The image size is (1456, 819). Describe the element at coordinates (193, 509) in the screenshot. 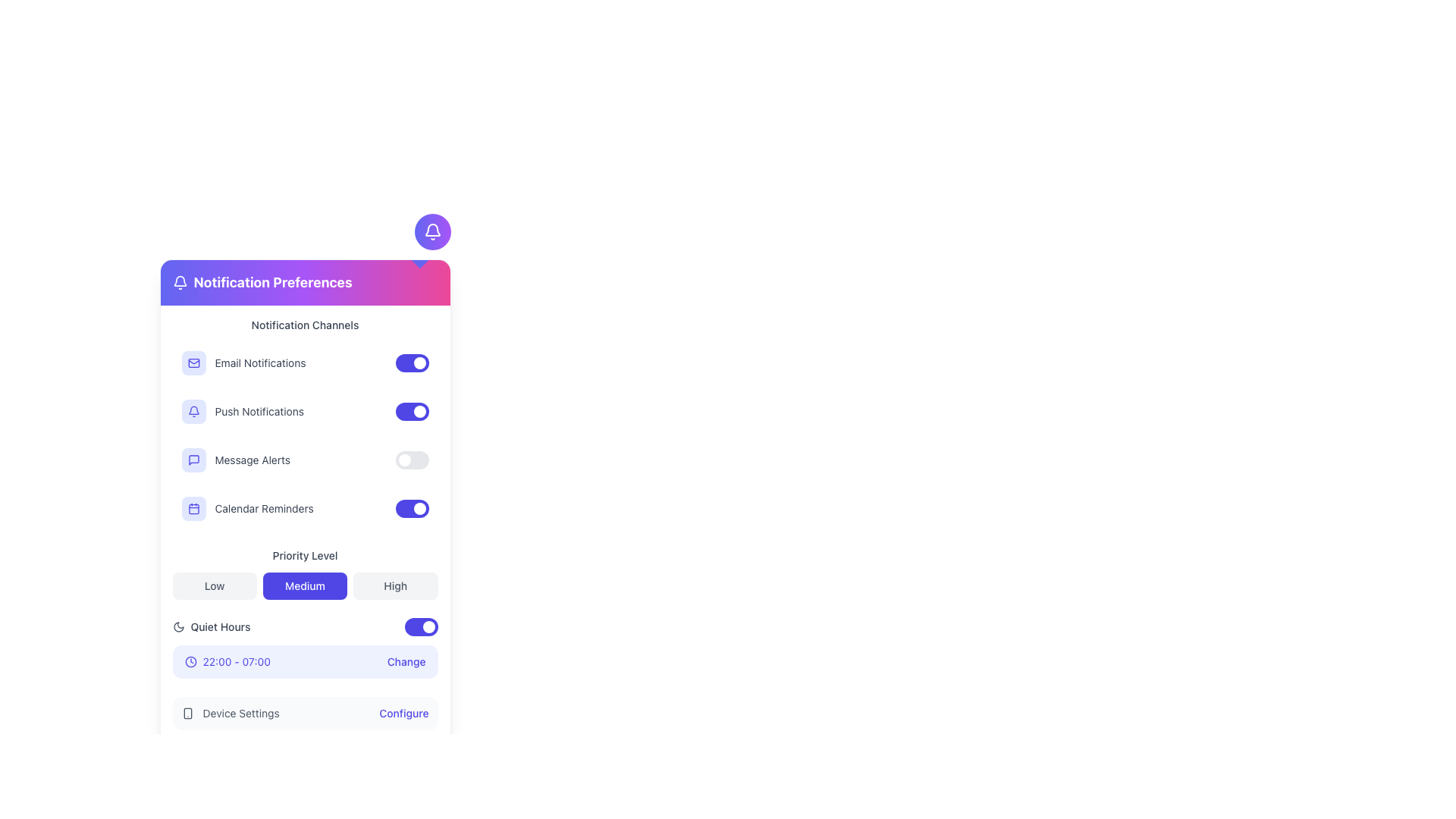

I see `the calendar reminders icon located in the second row of options within the 'Notification Channels' section of the 'Notification Preferences' panel to trigger a tooltip` at that location.